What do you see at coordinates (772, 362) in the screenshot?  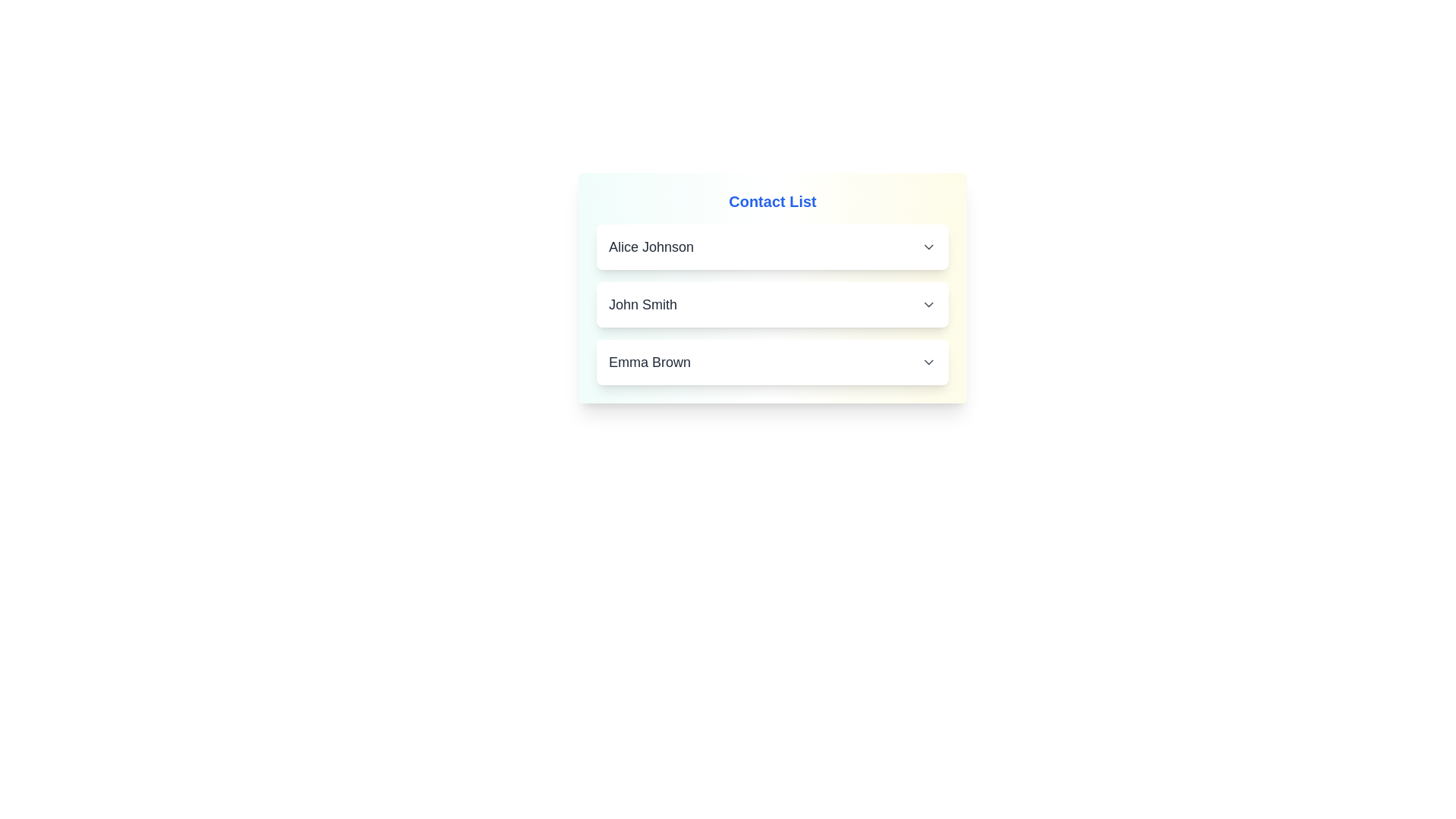 I see `the contact name Emma Brown to reveal its details` at bounding box center [772, 362].